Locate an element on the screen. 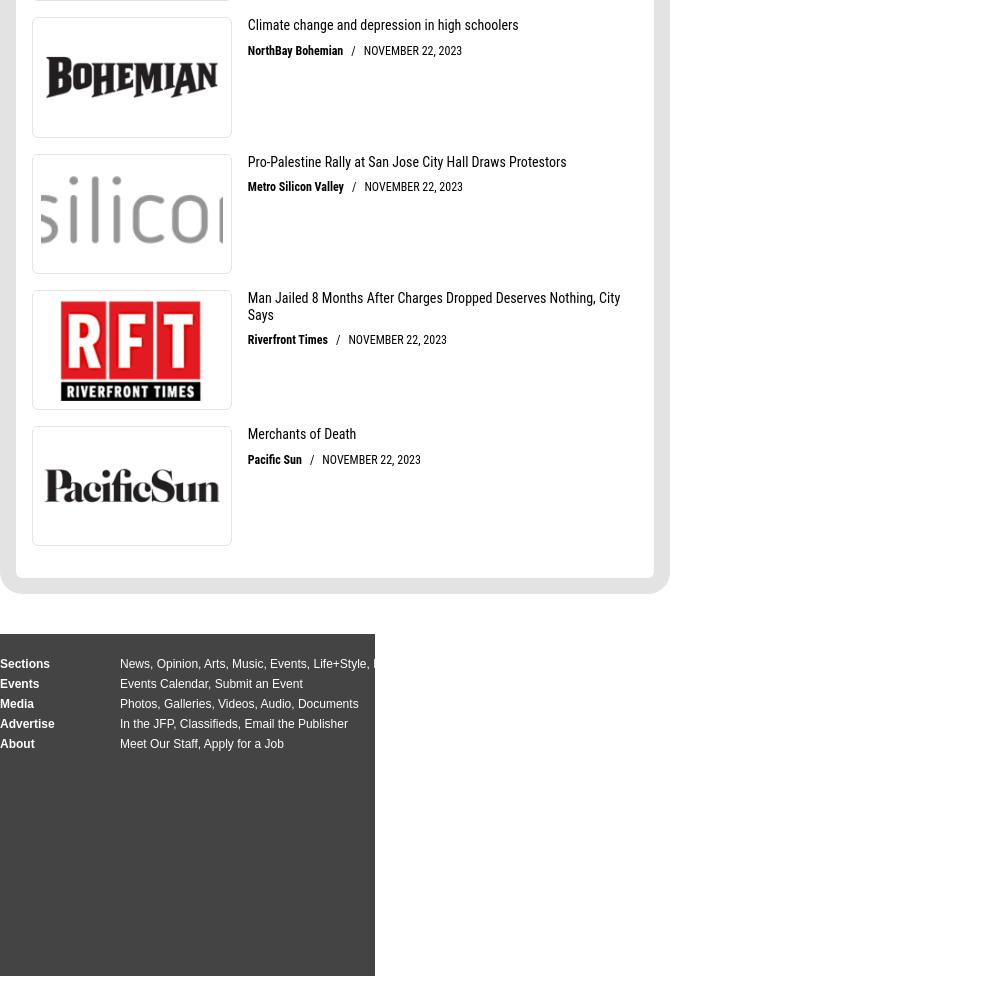  'fax: 601-510-9019' is located at coordinates (786, 724).